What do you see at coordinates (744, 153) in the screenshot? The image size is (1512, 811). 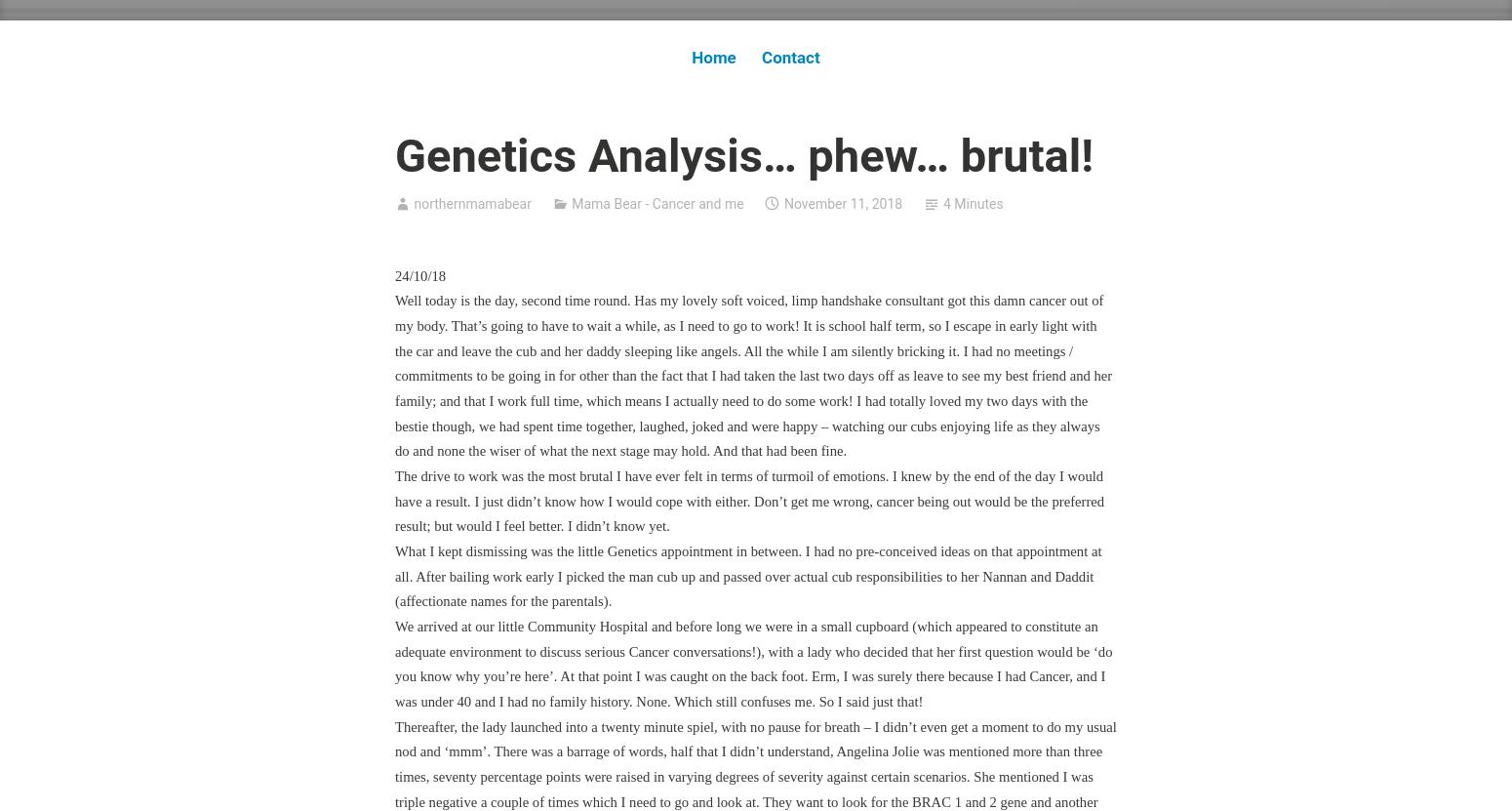 I see `'Genetics Analysis… phew… brutal!'` at bounding box center [744, 153].